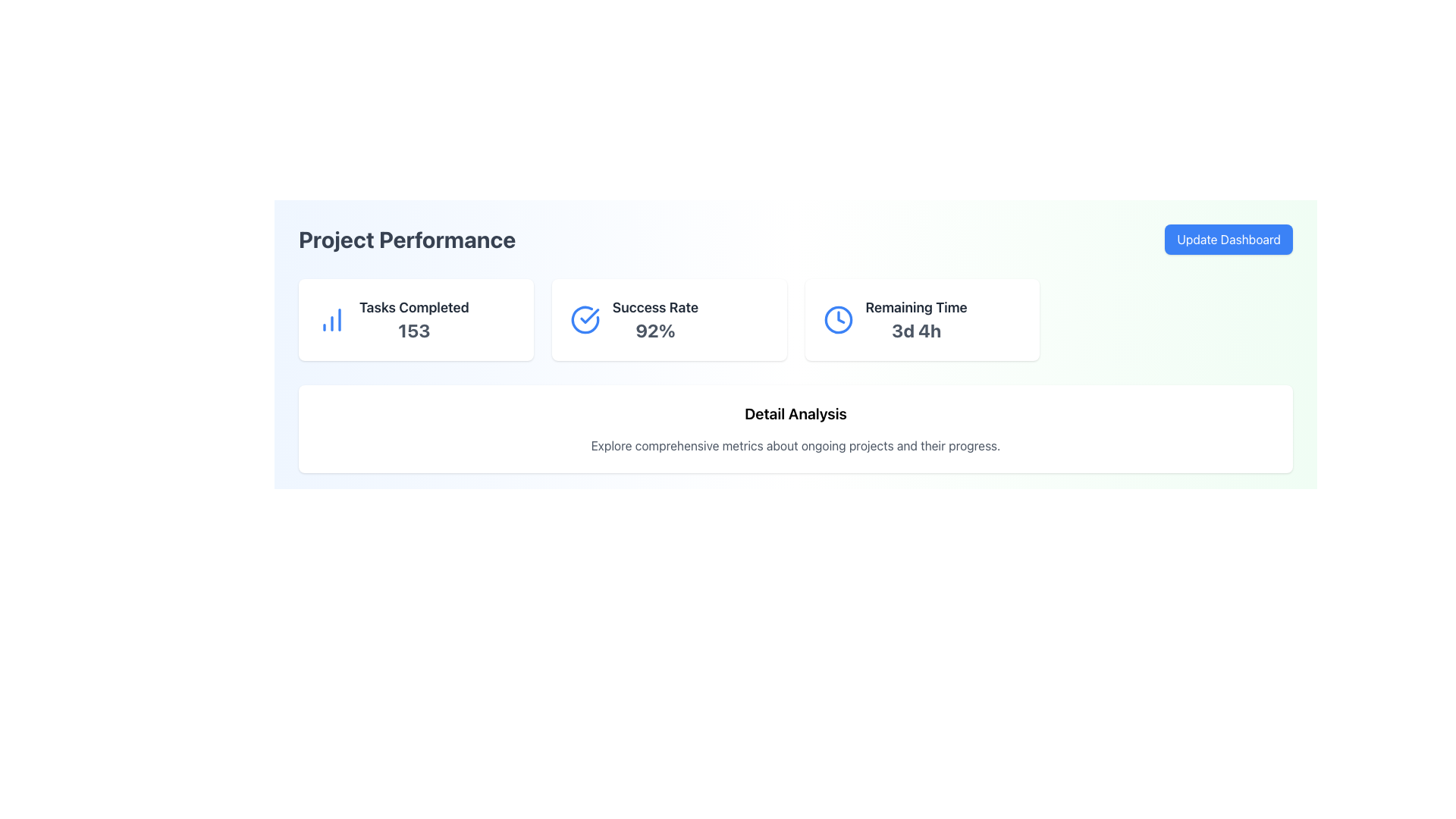 The width and height of the screenshot is (1456, 819). Describe the element at coordinates (414, 329) in the screenshot. I see `bold numerical text '153' which is located below the 'Tasks Completed' text in the first summary card` at that location.